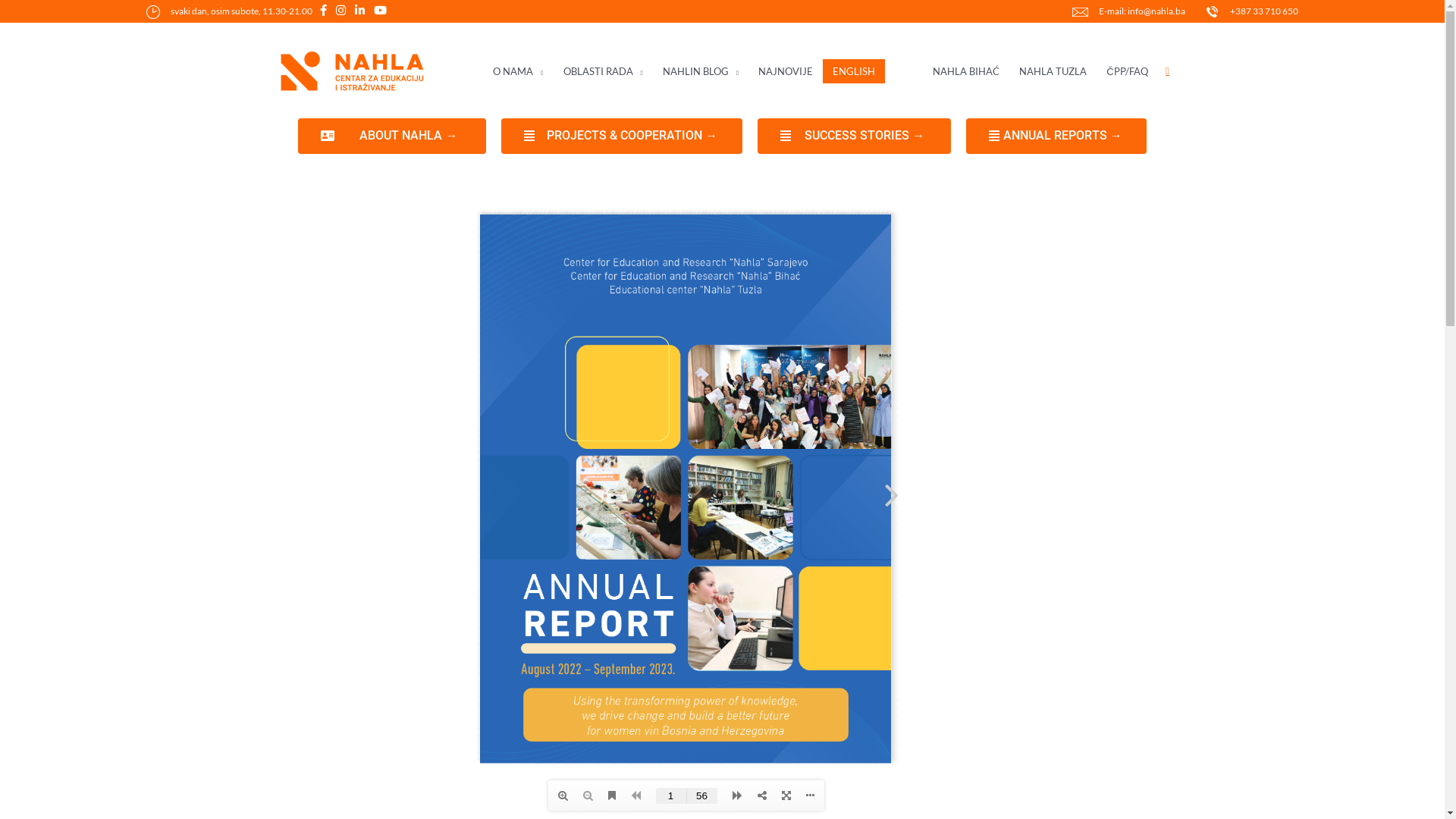  What do you see at coordinates (517, 71) in the screenshot?
I see `'O NAMA'` at bounding box center [517, 71].